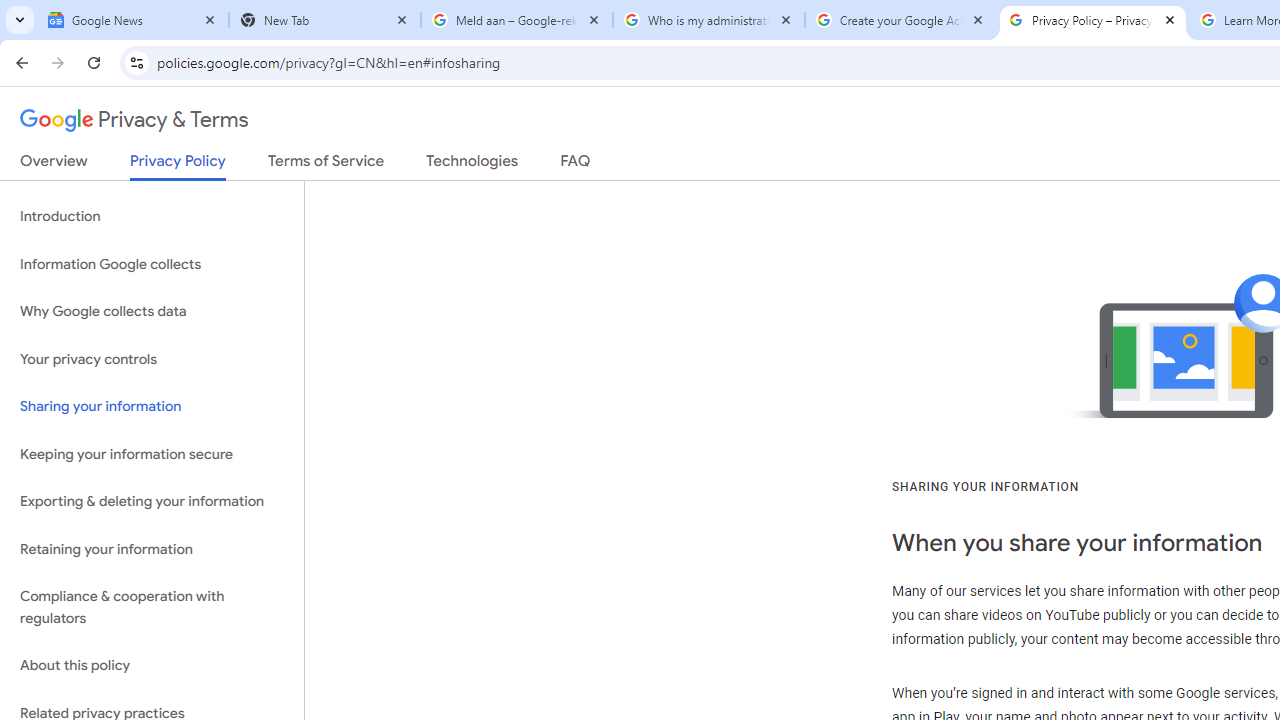 The image size is (1280, 720). Describe the element at coordinates (325, 20) in the screenshot. I see `'New Tab'` at that location.